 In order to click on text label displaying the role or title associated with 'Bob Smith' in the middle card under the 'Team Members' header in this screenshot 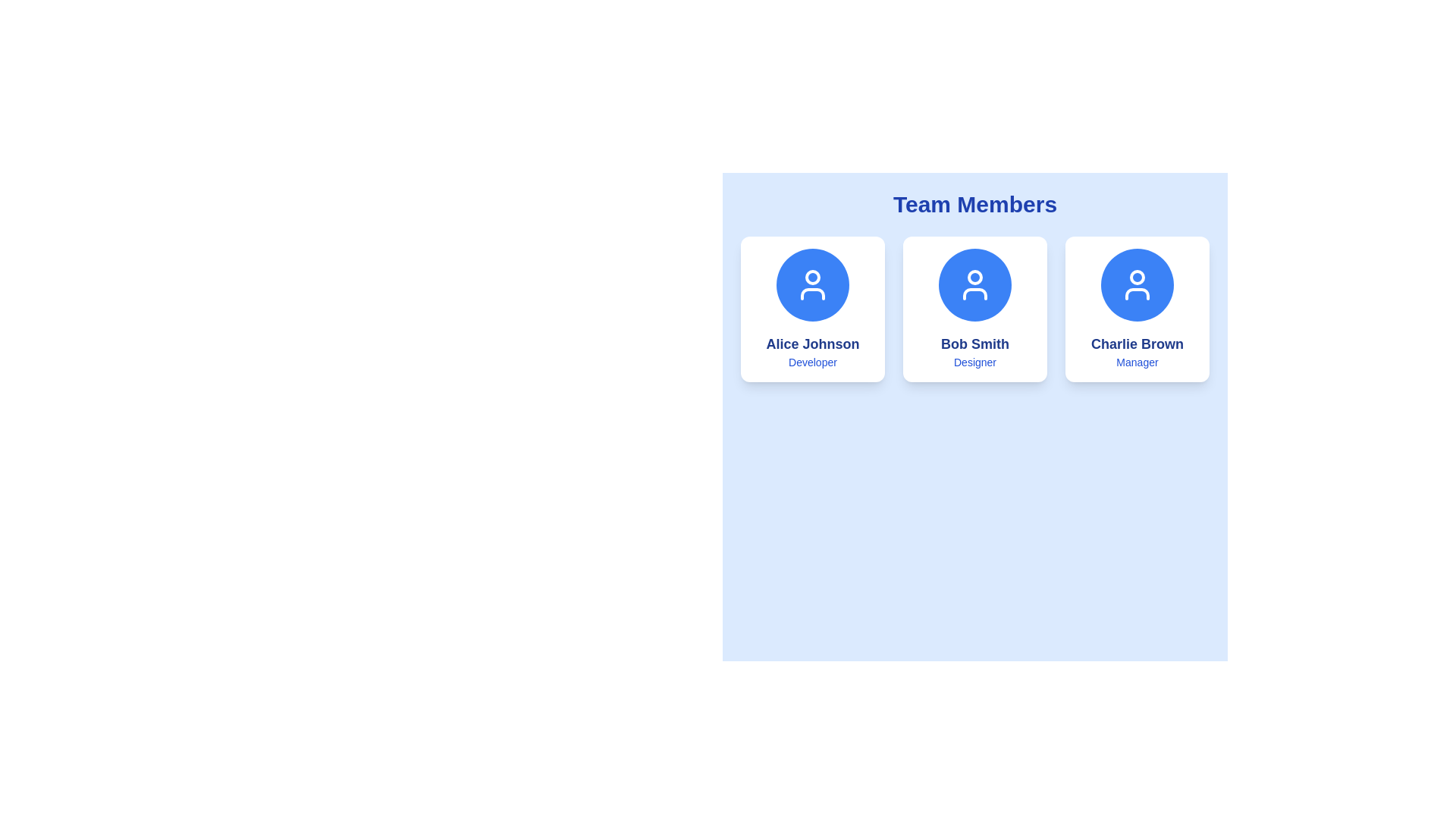, I will do `click(975, 362)`.